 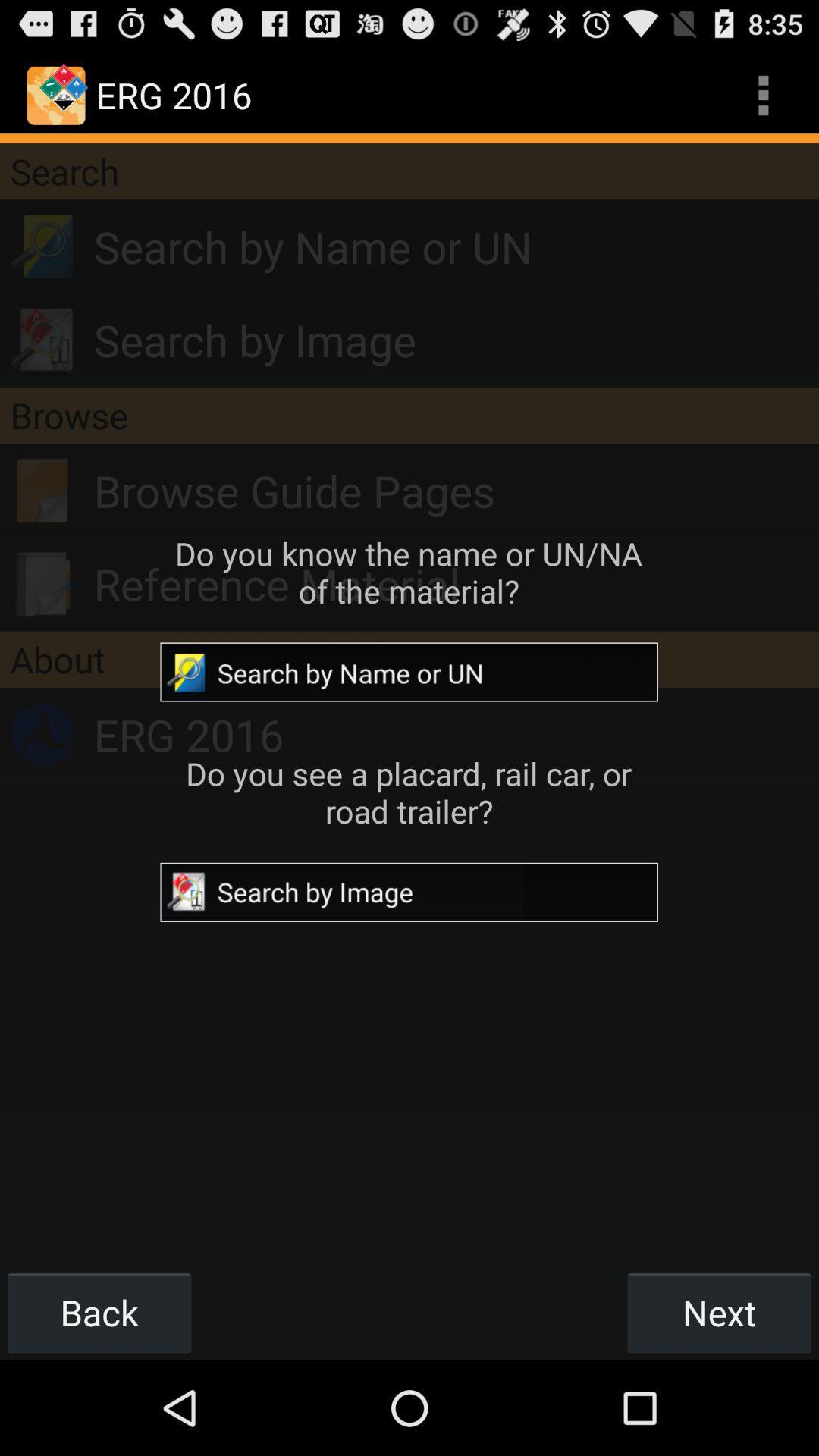 I want to click on about icon, so click(x=409, y=659).